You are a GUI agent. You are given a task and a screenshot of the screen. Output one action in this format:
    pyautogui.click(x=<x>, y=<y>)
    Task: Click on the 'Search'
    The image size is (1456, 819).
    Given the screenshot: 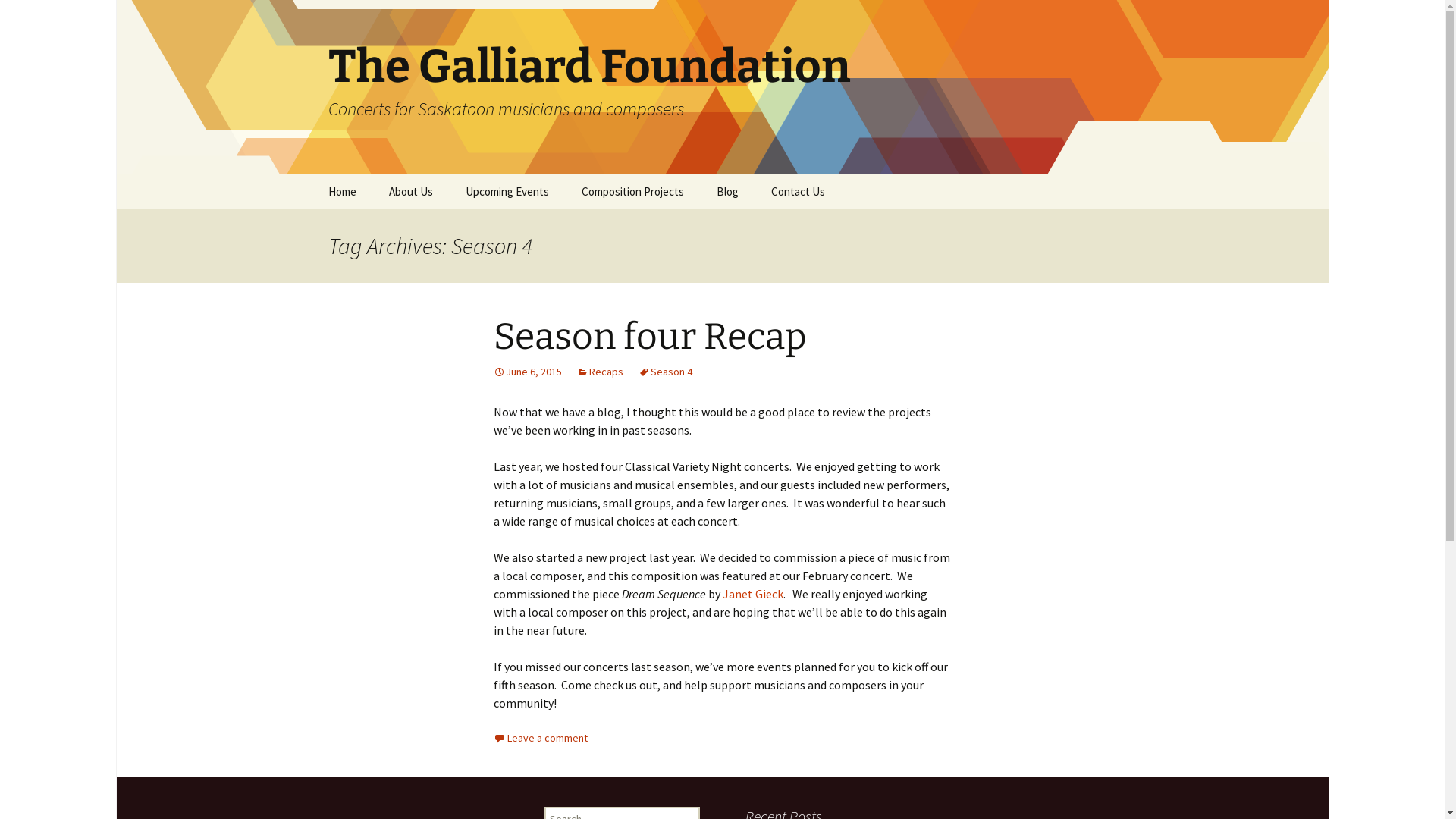 What is the action you would take?
    pyautogui.click(x=33, y=15)
    